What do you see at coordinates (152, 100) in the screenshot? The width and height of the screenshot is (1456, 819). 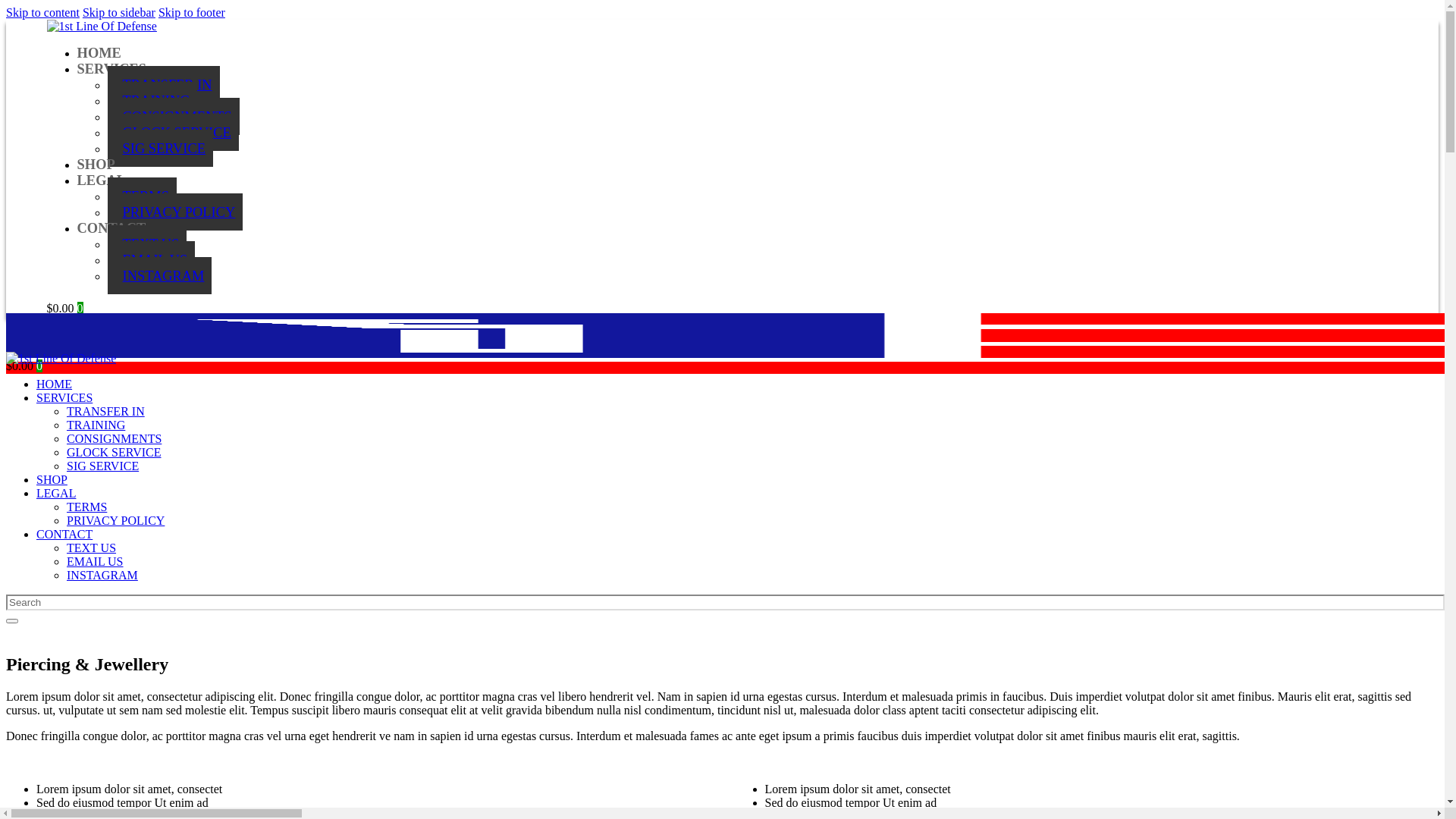 I see `'TRAINING'` at bounding box center [152, 100].